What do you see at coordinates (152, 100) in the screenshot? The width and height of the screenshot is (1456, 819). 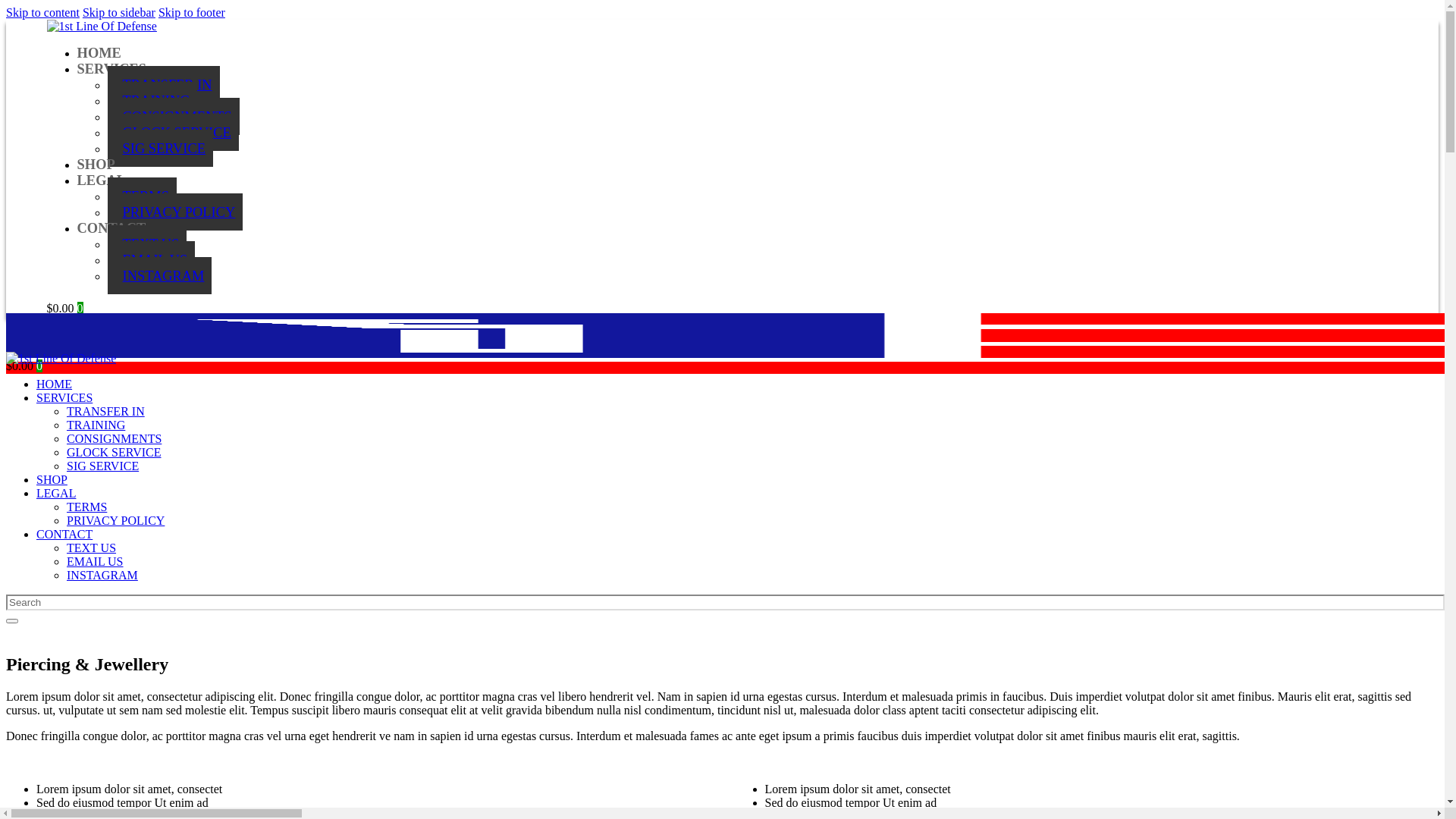 I see `'TRAINING'` at bounding box center [152, 100].